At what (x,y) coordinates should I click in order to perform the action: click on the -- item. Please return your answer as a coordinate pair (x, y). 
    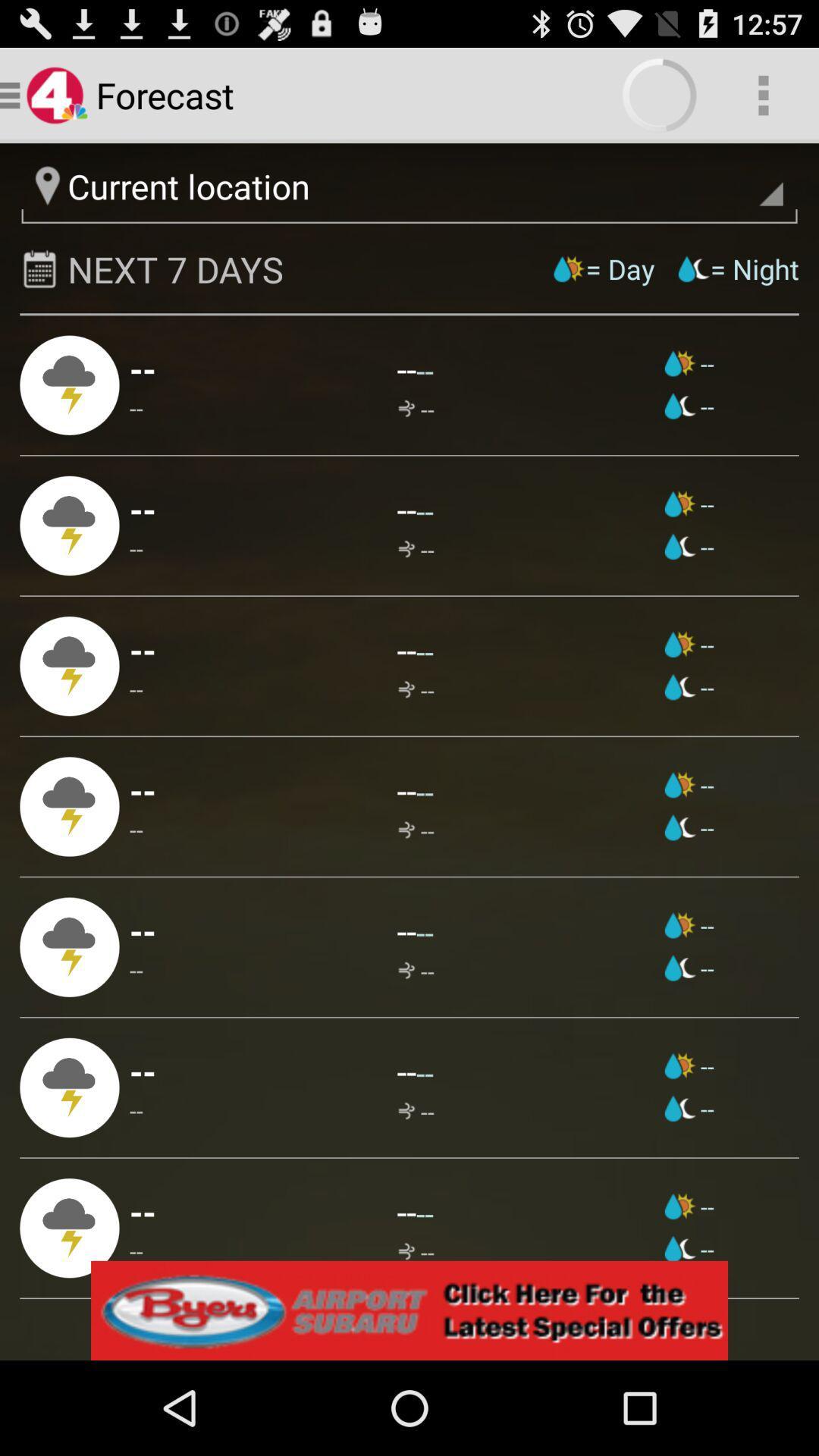
    Looking at the image, I should click on (136, 828).